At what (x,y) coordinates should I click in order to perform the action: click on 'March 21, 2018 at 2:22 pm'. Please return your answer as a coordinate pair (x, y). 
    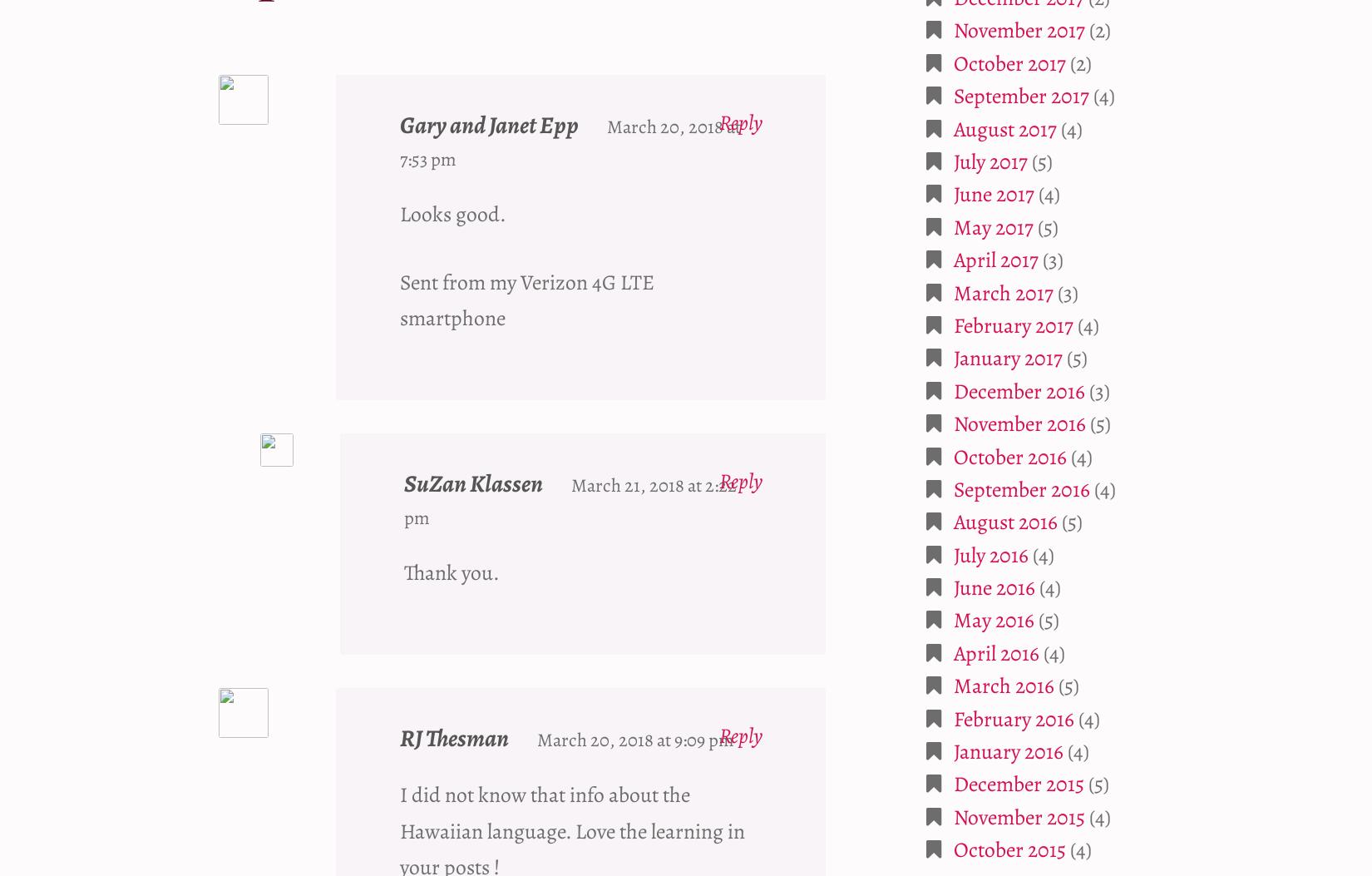
    Looking at the image, I should click on (569, 501).